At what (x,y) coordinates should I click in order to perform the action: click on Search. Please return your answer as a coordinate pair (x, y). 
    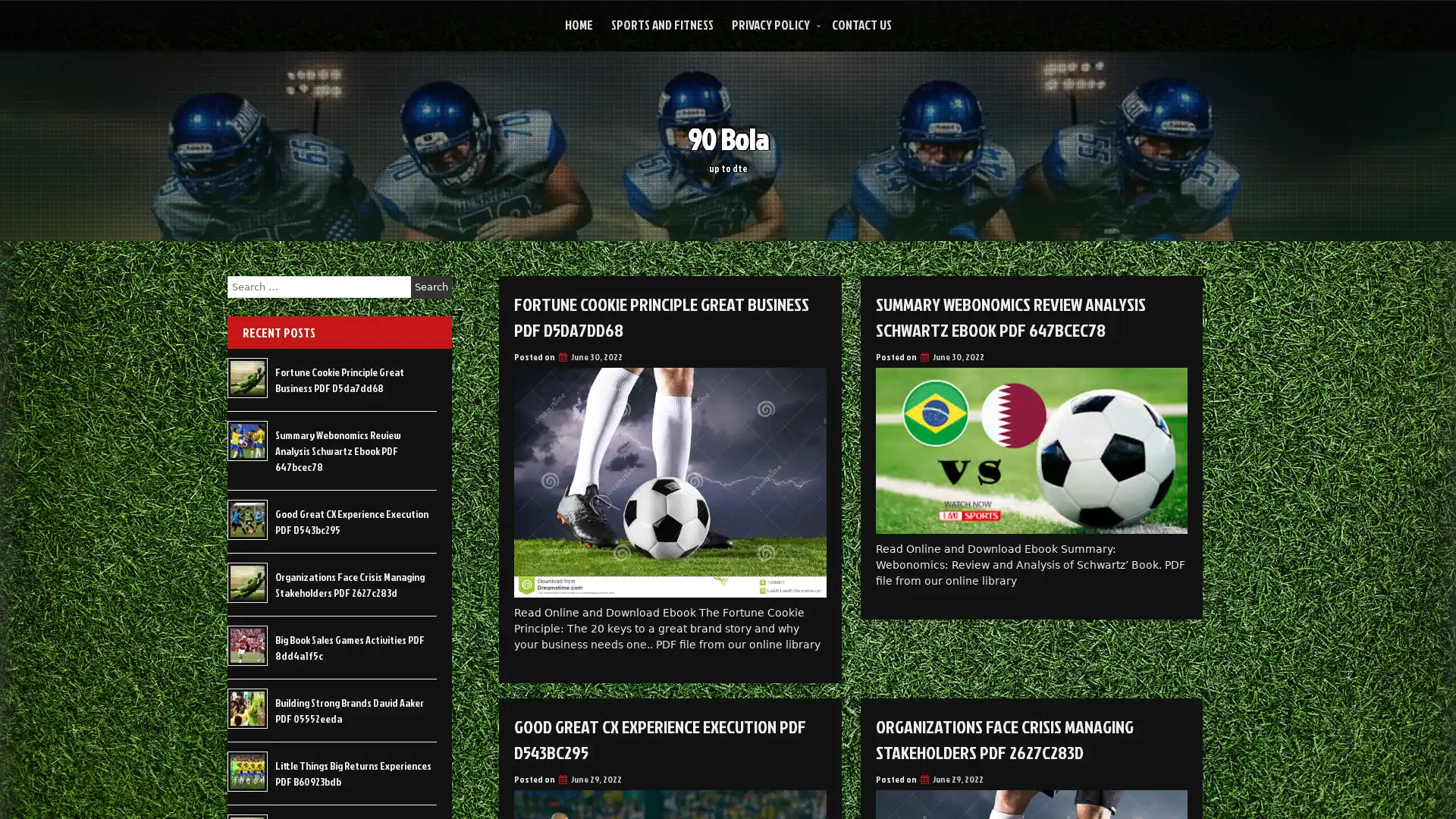
    Looking at the image, I should click on (431, 287).